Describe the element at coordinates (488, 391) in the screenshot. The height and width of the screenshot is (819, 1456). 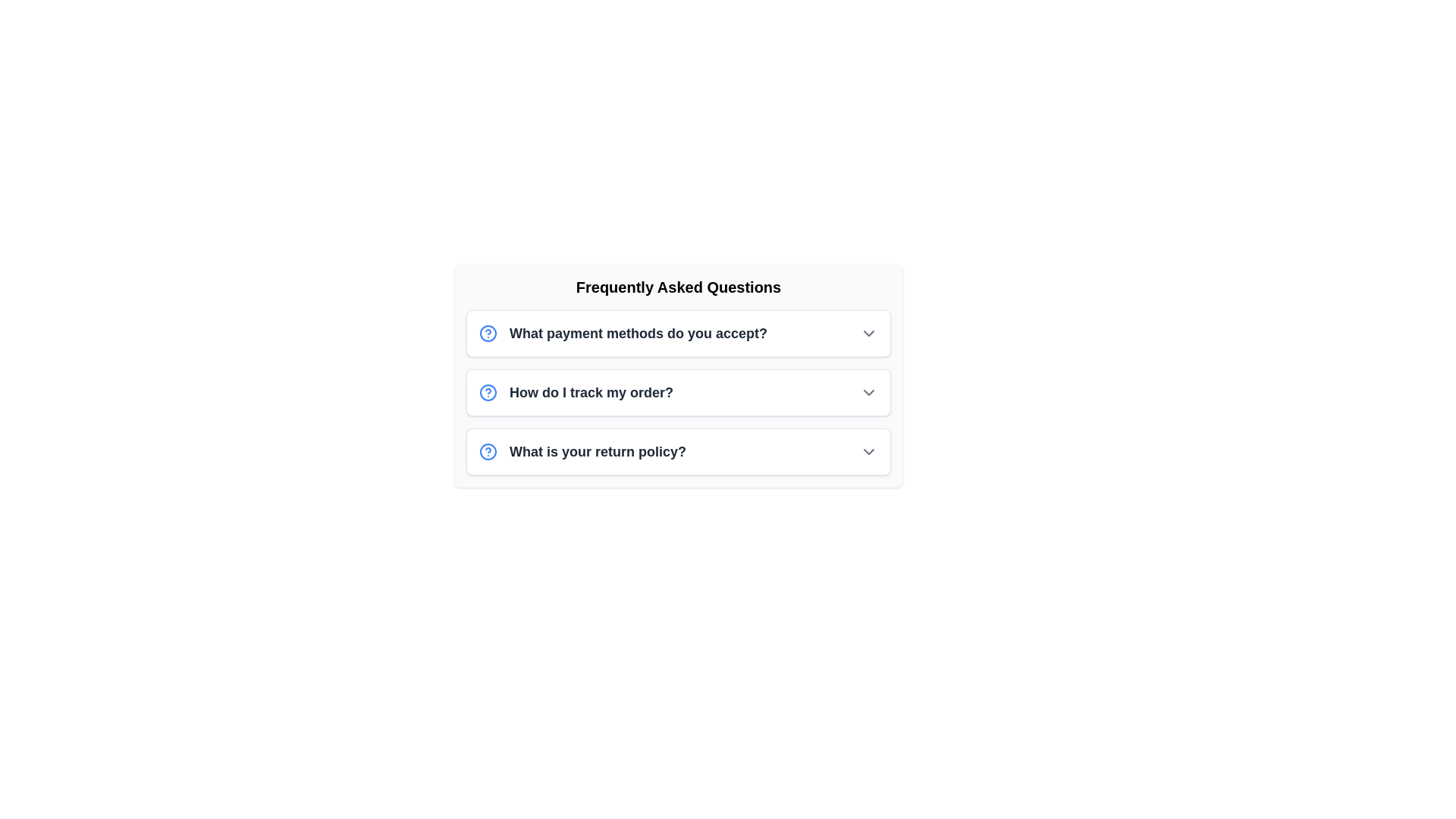
I see `the decorative blue circular icon with a question mark that is positioned to the left of the question text 'How do I track my order?' in the Frequently Asked Questions section` at that location.